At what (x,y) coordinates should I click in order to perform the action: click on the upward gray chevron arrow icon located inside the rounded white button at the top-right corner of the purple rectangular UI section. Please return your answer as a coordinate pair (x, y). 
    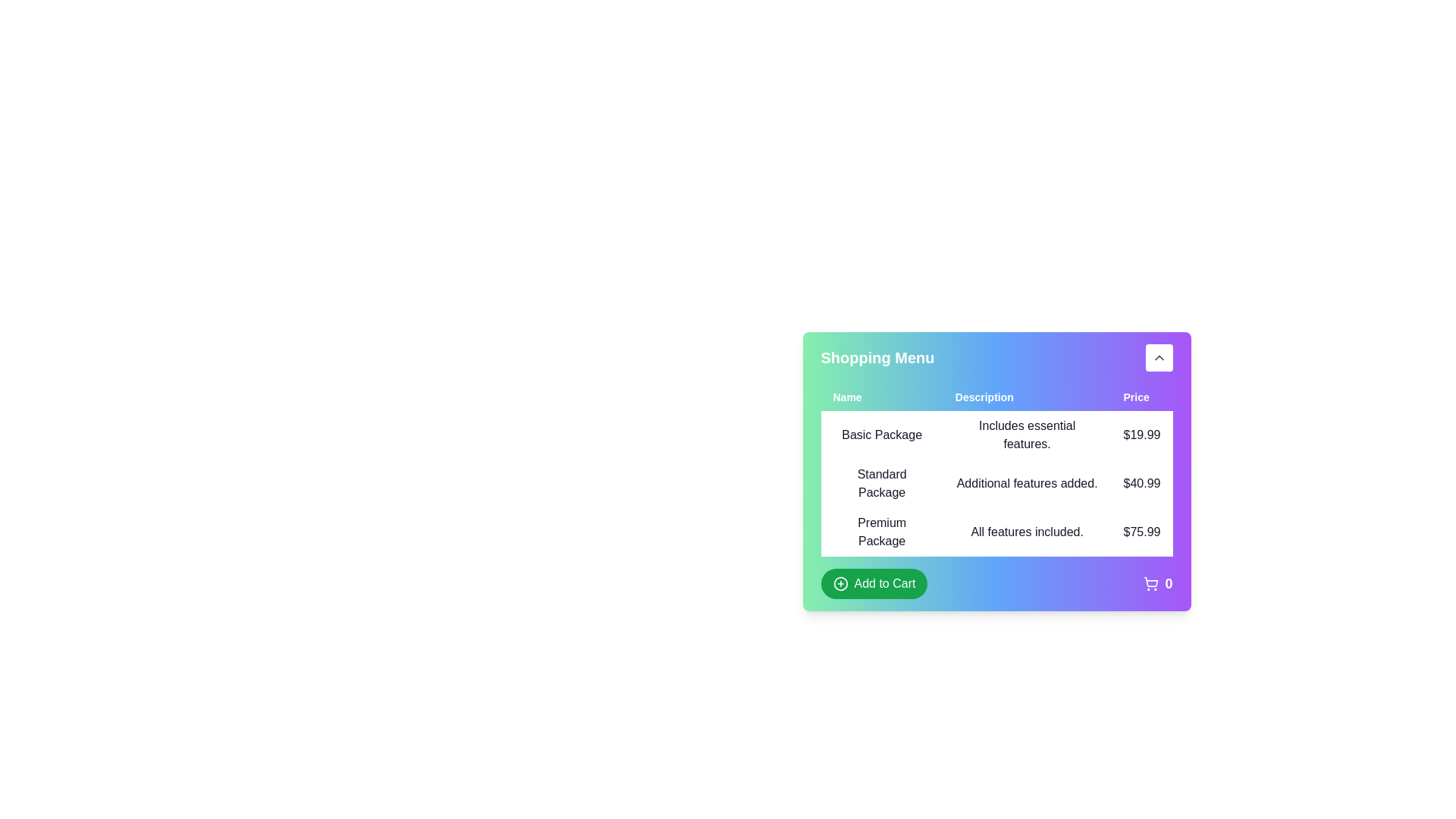
    Looking at the image, I should click on (1158, 357).